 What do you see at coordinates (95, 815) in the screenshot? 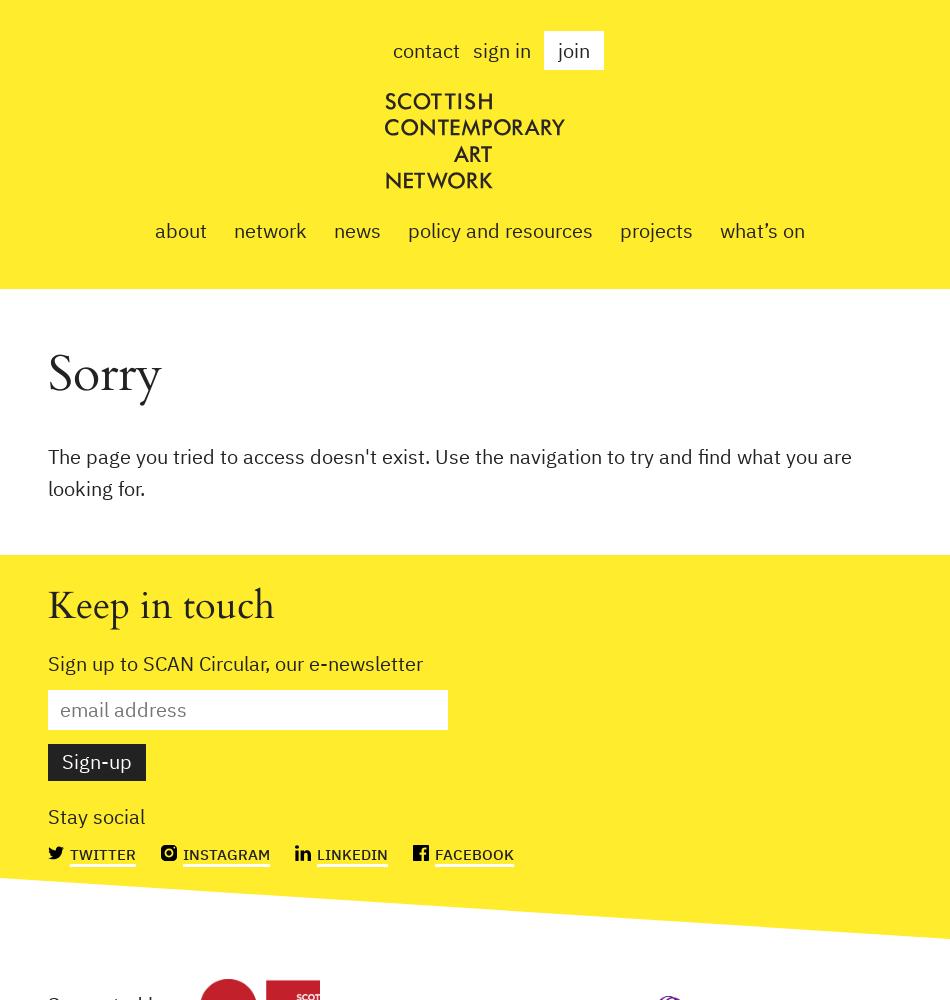
I see `'Stay social'` at bounding box center [95, 815].